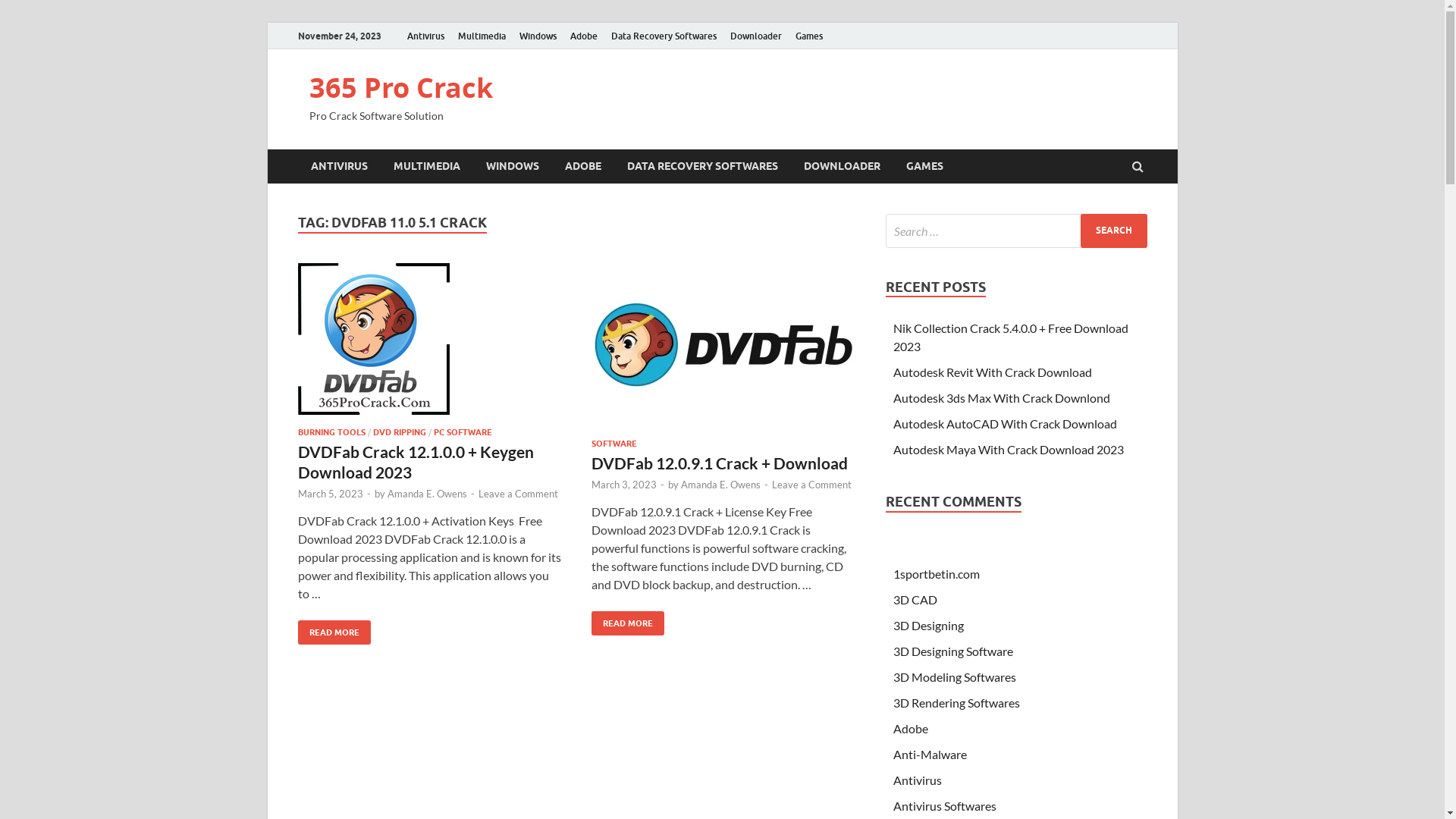 This screenshot has height=819, width=1456. Describe the element at coordinates (1011, 336) in the screenshot. I see `'Nik Collection Crack 5.4.0.0 + Free Download 2023'` at that location.